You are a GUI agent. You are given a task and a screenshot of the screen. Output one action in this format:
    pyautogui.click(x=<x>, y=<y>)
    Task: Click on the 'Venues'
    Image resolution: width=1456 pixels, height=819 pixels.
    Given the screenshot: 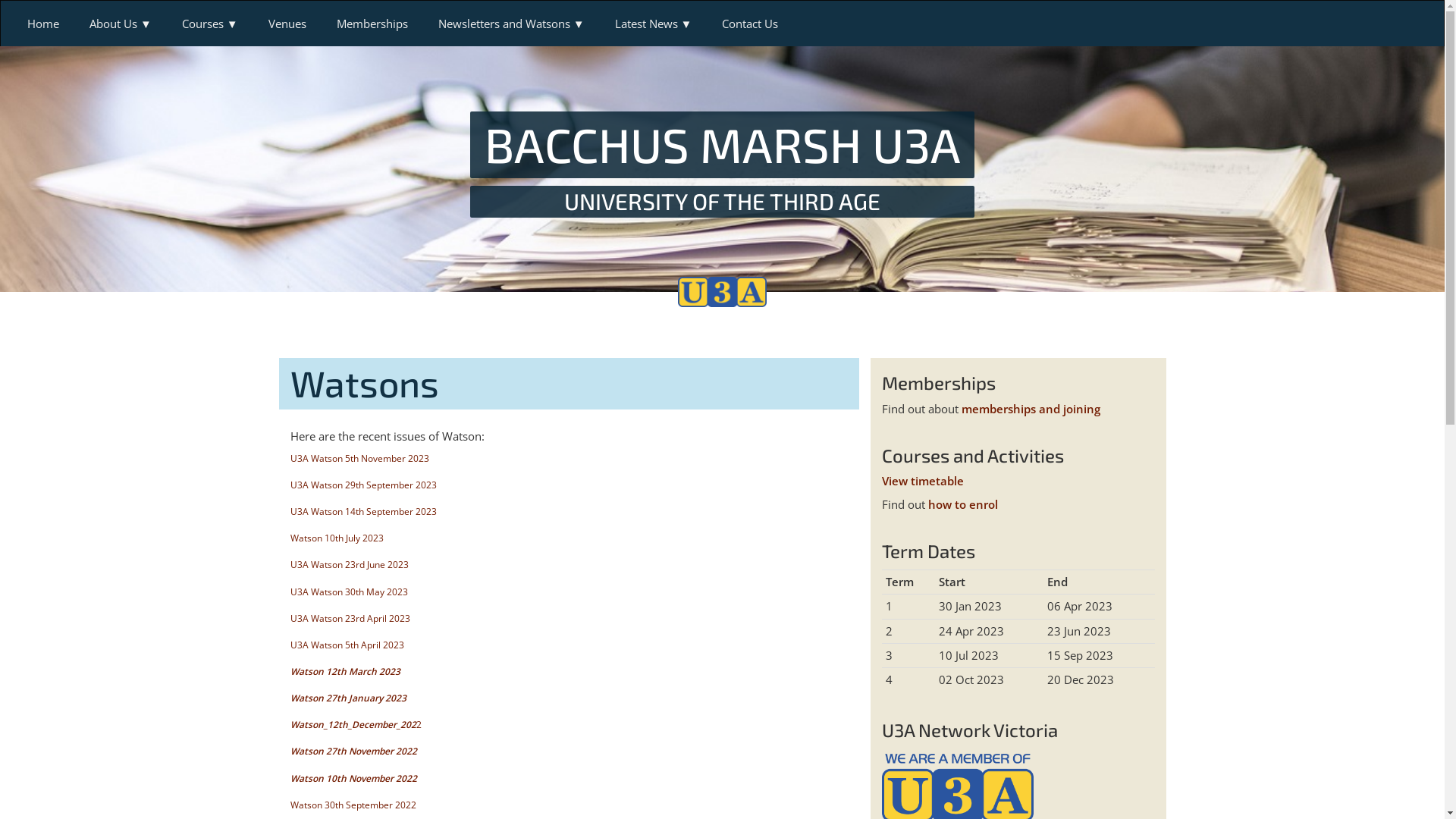 What is the action you would take?
    pyautogui.click(x=287, y=23)
    